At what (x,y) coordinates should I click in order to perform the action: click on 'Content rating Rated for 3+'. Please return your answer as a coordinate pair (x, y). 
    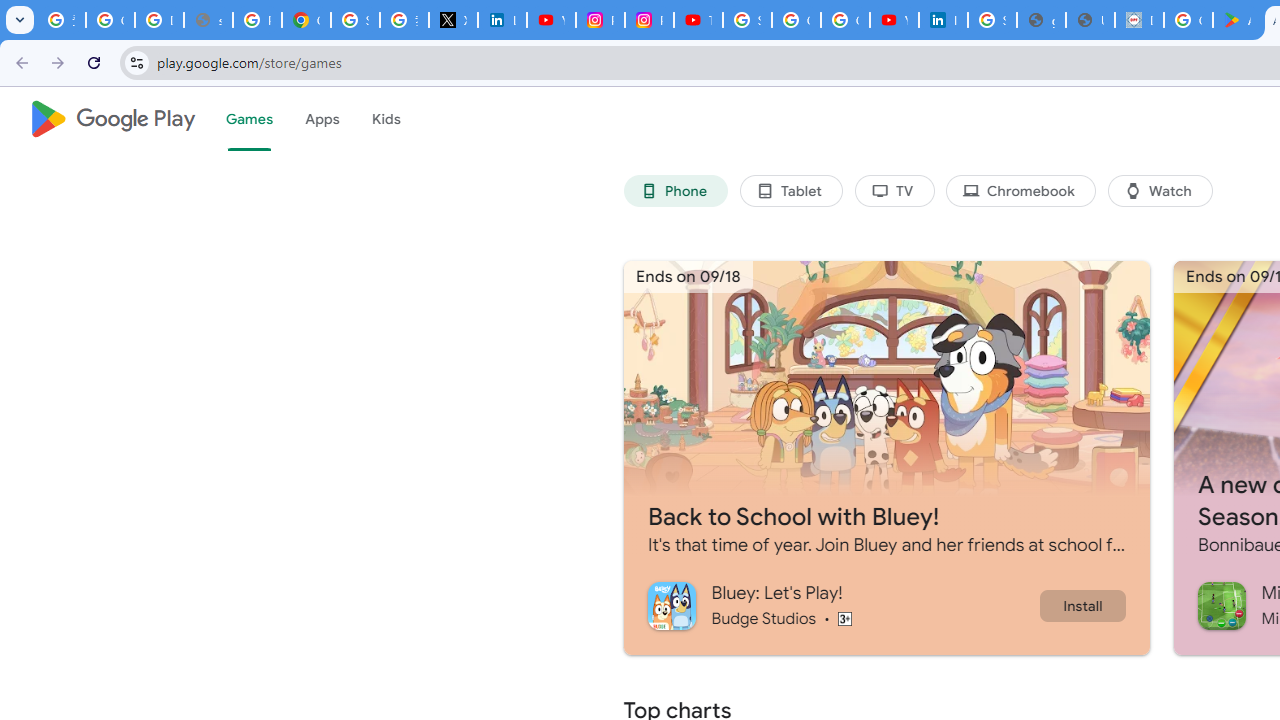
    Looking at the image, I should click on (844, 617).